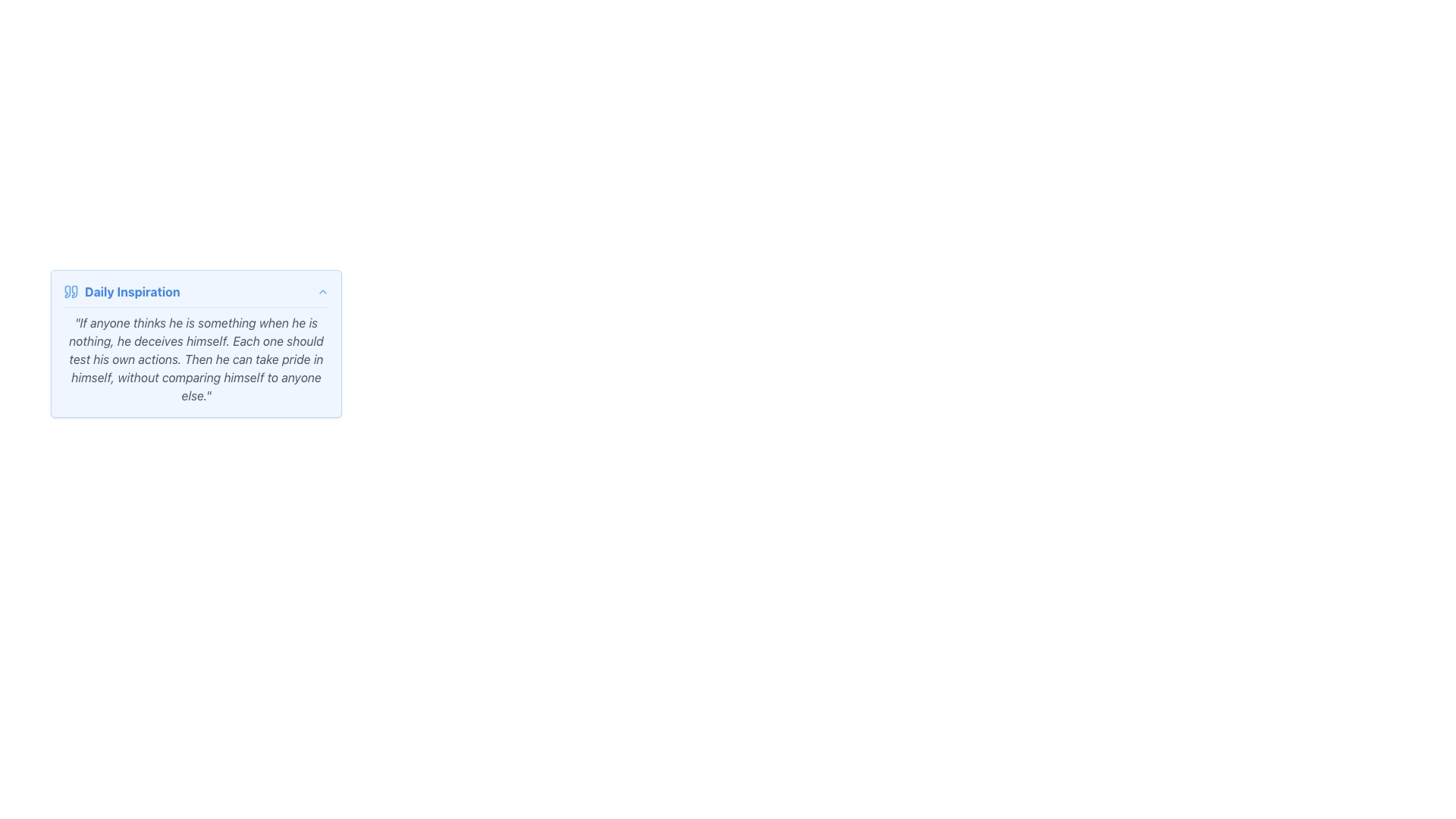  I want to click on the right-side quote shape inside the SVG icon of the 'Daily Inspiration' widget, which is positioned slightly higher and on the right-hand side of the two quote shapes, so click(74, 292).